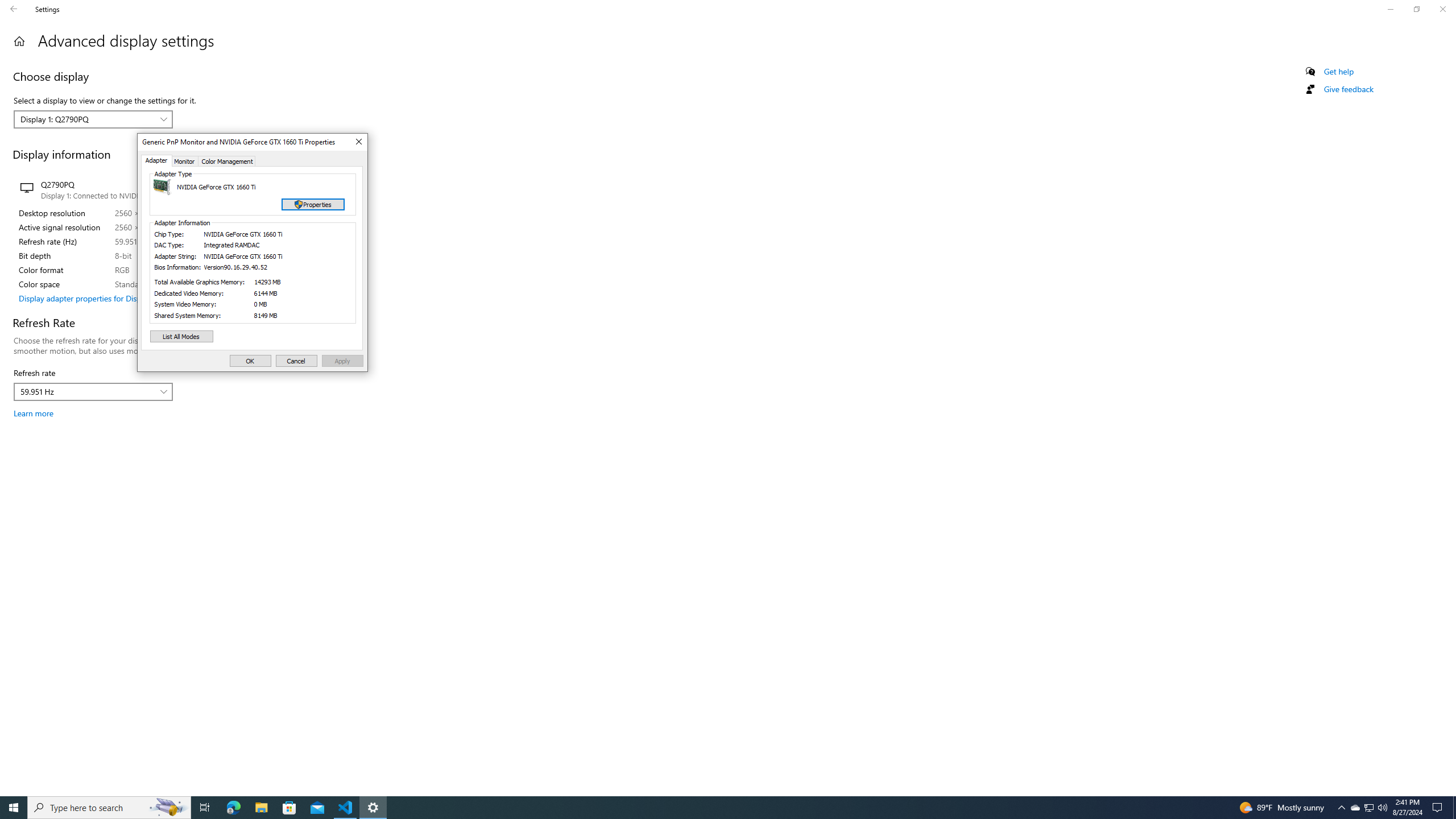  I want to click on 'Properties', so click(313, 205).